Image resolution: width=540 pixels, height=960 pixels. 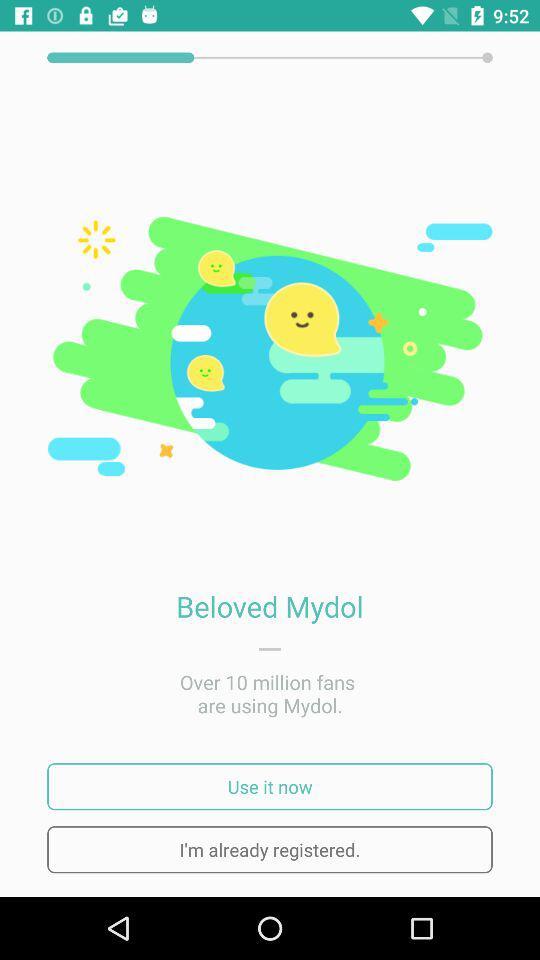 What do you see at coordinates (270, 848) in the screenshot?
I see `i m already item` at bounding box center [270, 848].